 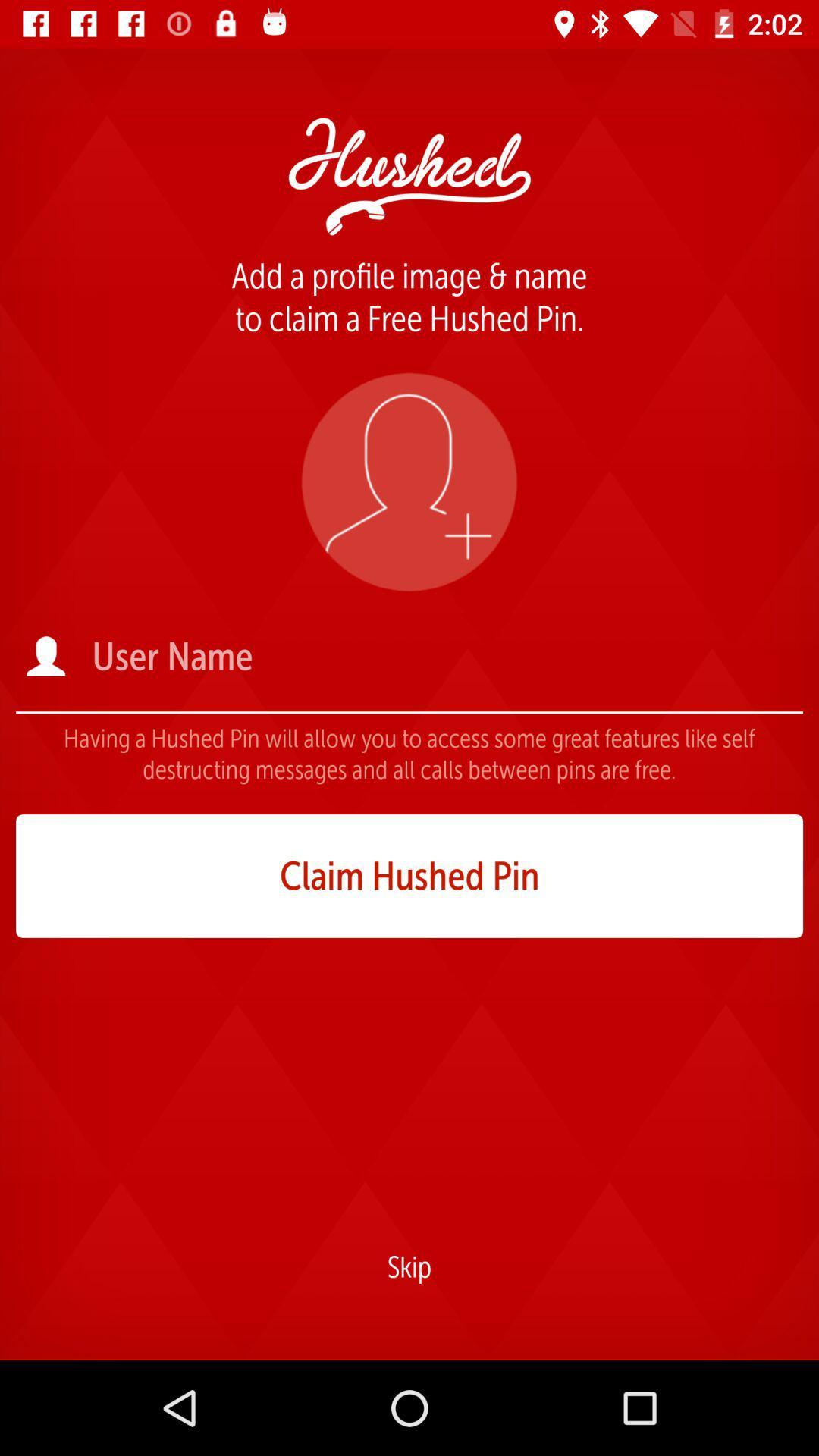 What do you see at coordinates (408, 481) in the screenshot?
I see `the icon below the add a profile item` at bounding box center [408, 481].